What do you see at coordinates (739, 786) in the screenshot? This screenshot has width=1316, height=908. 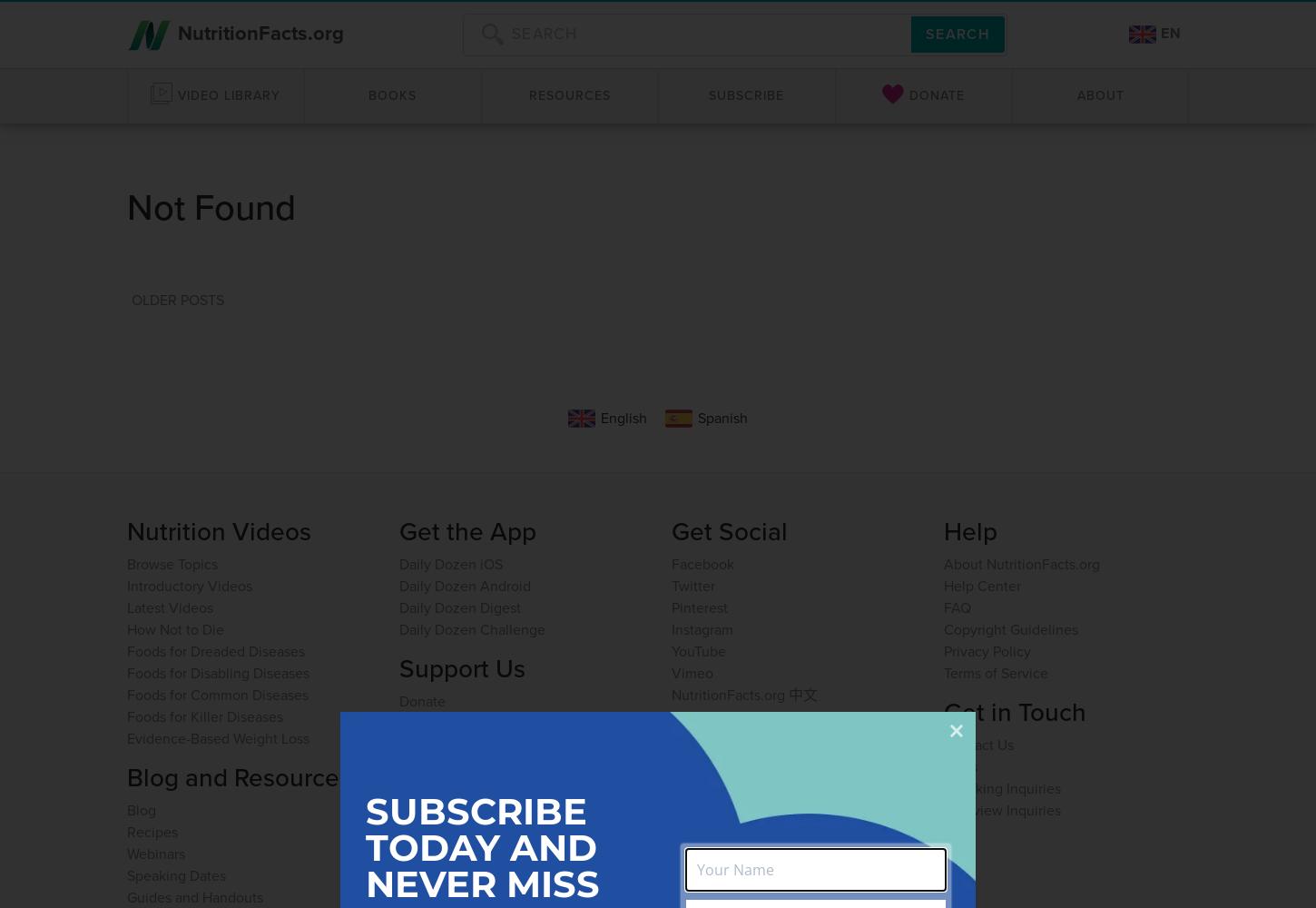 I see `'Volunteer Newsletter'` at bounding box center [739, 786].